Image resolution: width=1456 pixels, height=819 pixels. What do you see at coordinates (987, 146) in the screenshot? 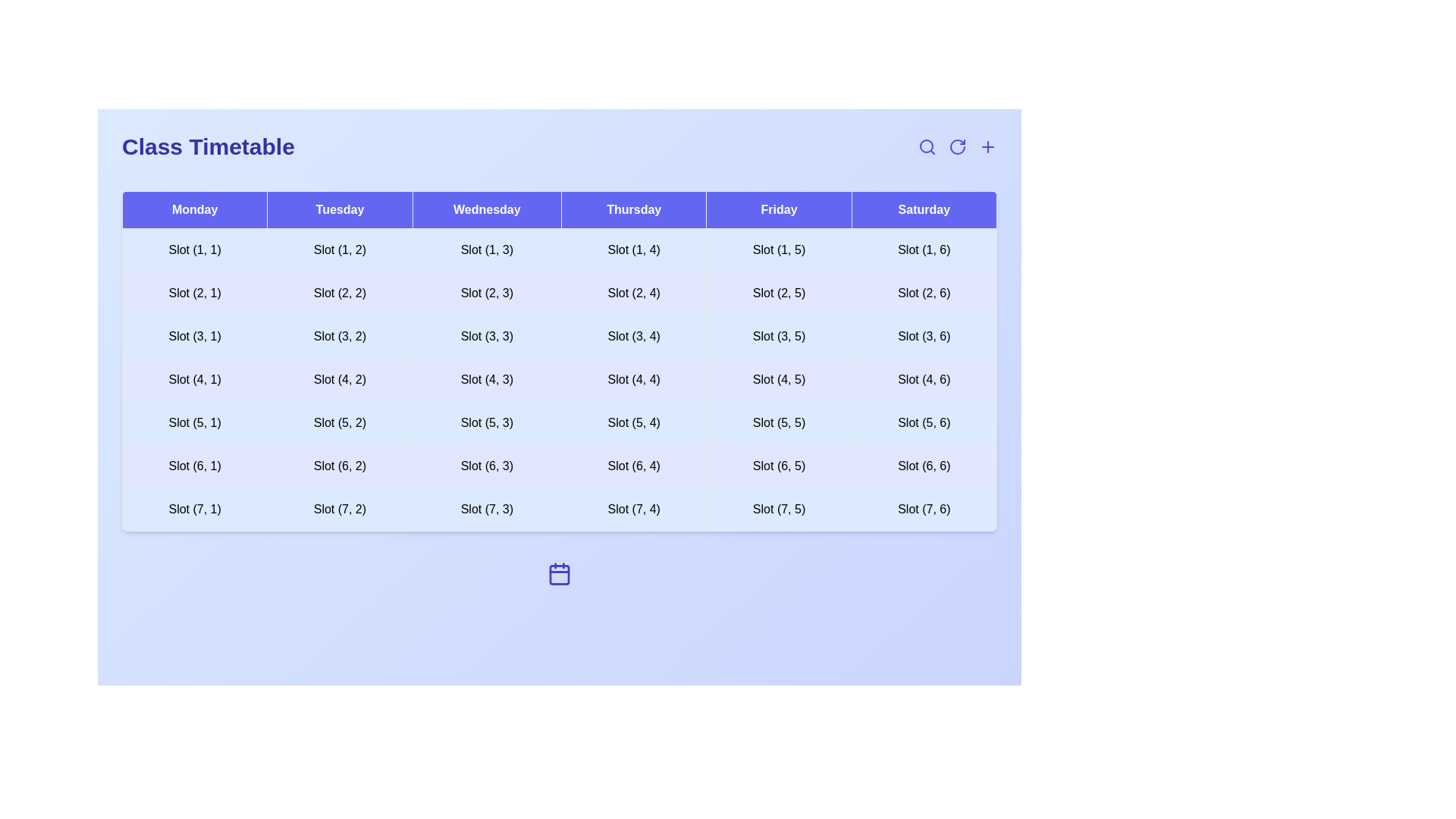
I see `the add icon to add a new schedule item` at bounding box center [987, 146].